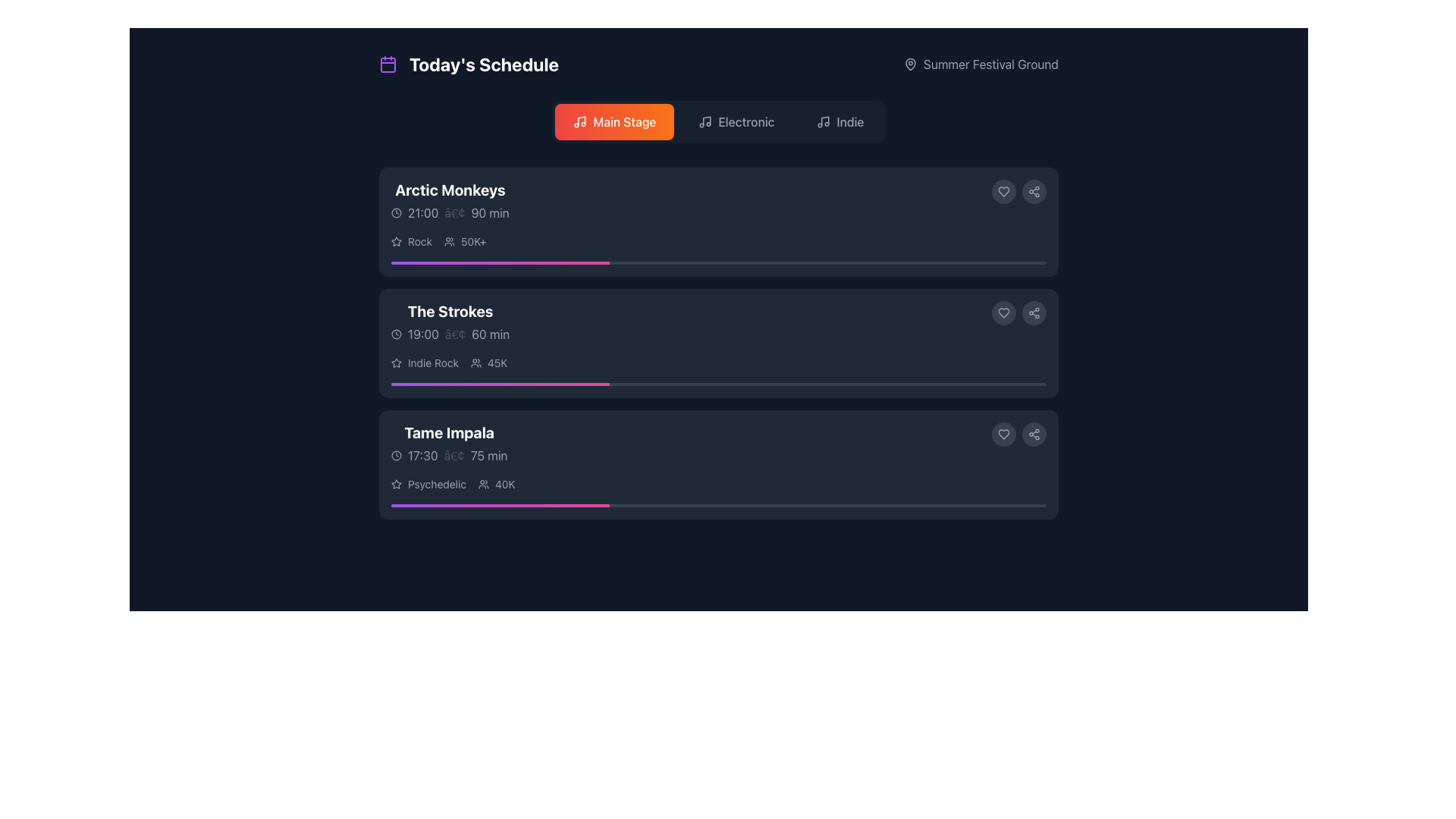 The height and width of the screenshot is (819, 1456). What do you see at coordinates (448, 455) in the screenshot?
I see `the time and duration information displayed in the label with a clock icon and text '17:30 • 75 min' under the list item titled 'Tame Impala'` at bounding box center [448, 455].